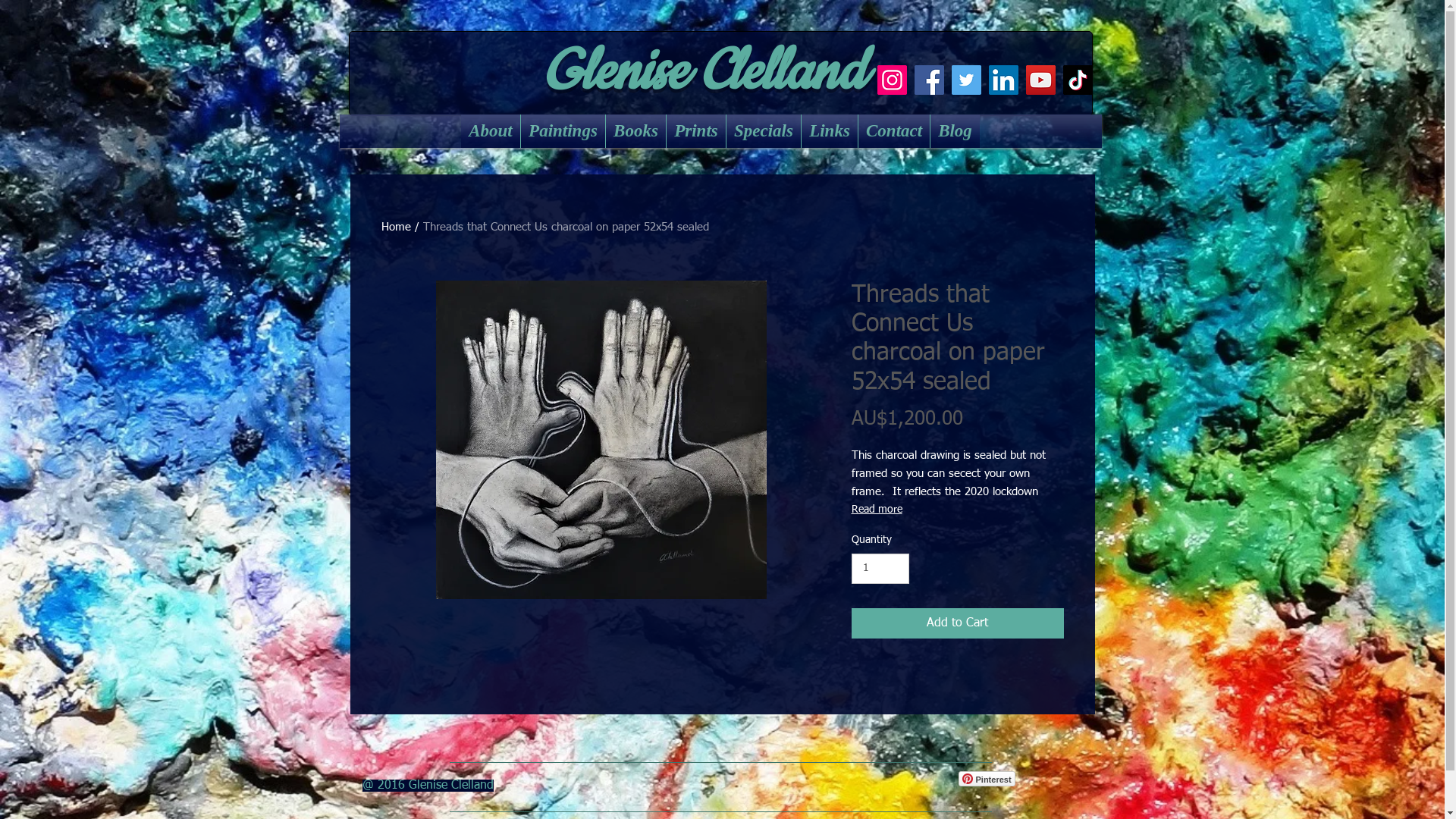 This screenshot has width=1456, height=819. What do you see at coordinates (956, 623) in the screenshot?
I see `'Add to Cart'` at bounding box center [956, 623].